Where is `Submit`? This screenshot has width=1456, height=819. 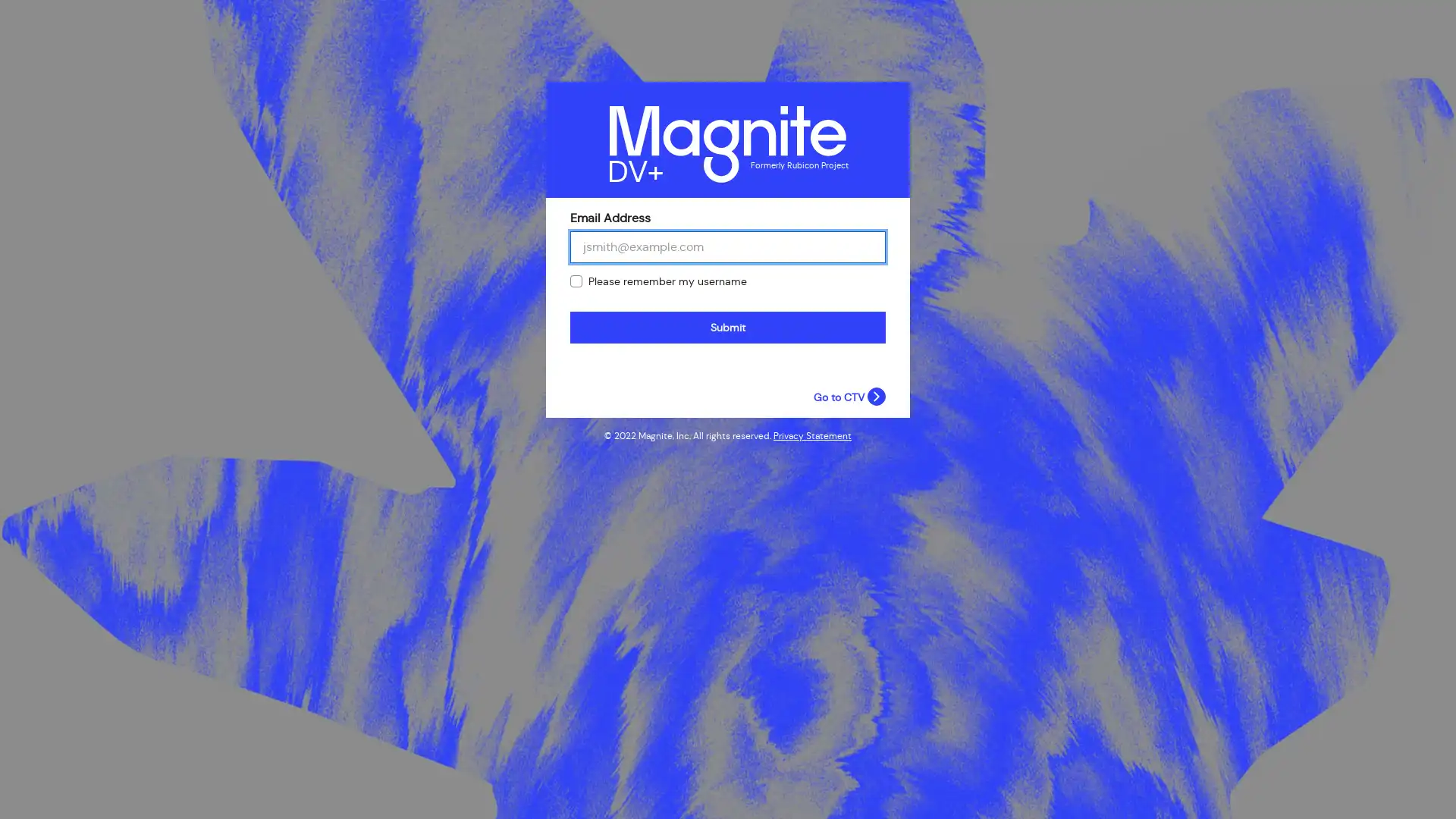
Submit is located at coordinates (728, 327).